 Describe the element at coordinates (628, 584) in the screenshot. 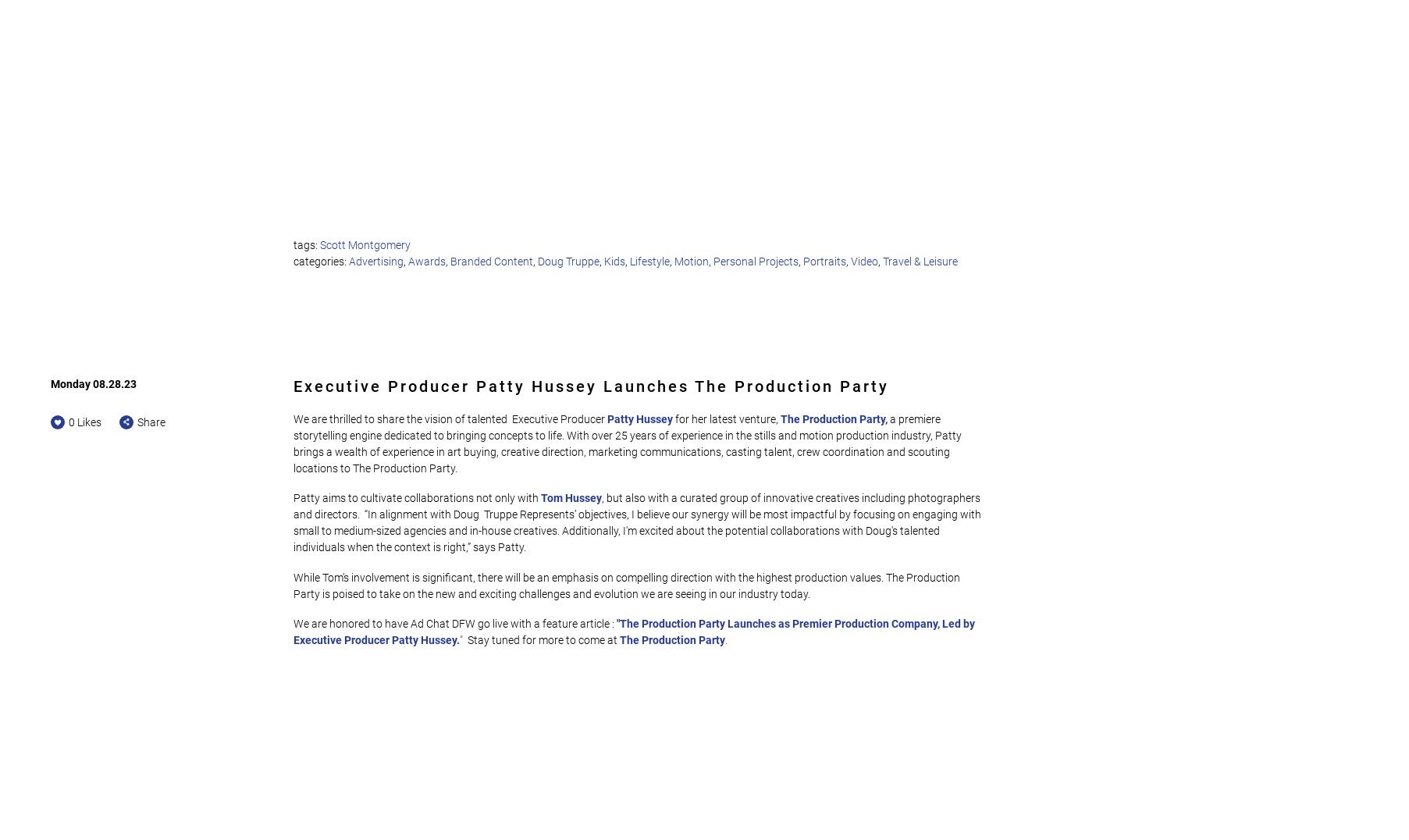

I see `'While Tom’s involvement is significant, there will be an emphasis on compelling direction with the highest production values. The Production Party is poised to take on the new and exciting challenges and evolution we are seeing in our industry today.'` at that location.